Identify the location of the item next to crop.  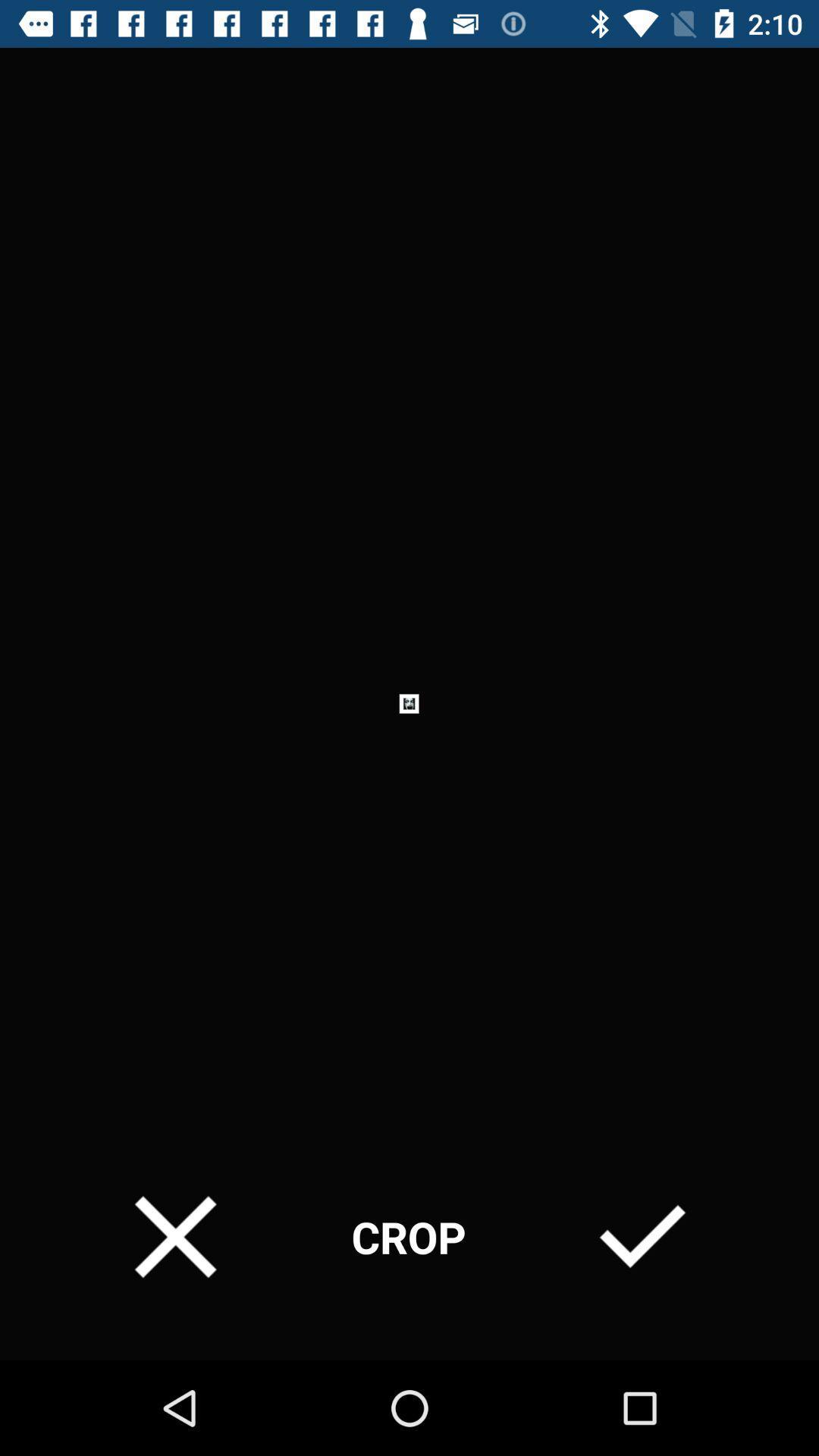
(642, 1237).